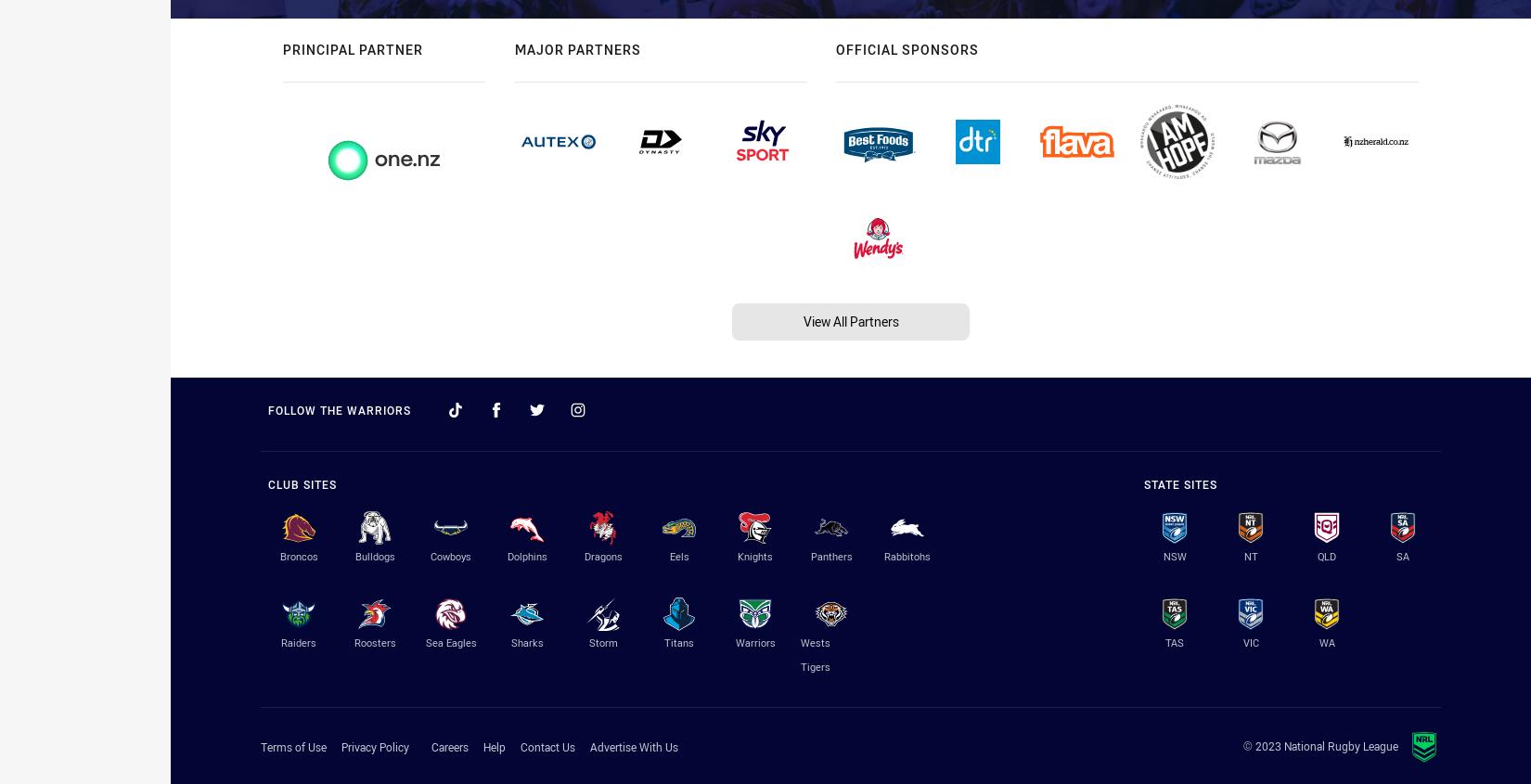 The image size is (1531, 784). I want to click on 'Contact Us', so click(547, 747).